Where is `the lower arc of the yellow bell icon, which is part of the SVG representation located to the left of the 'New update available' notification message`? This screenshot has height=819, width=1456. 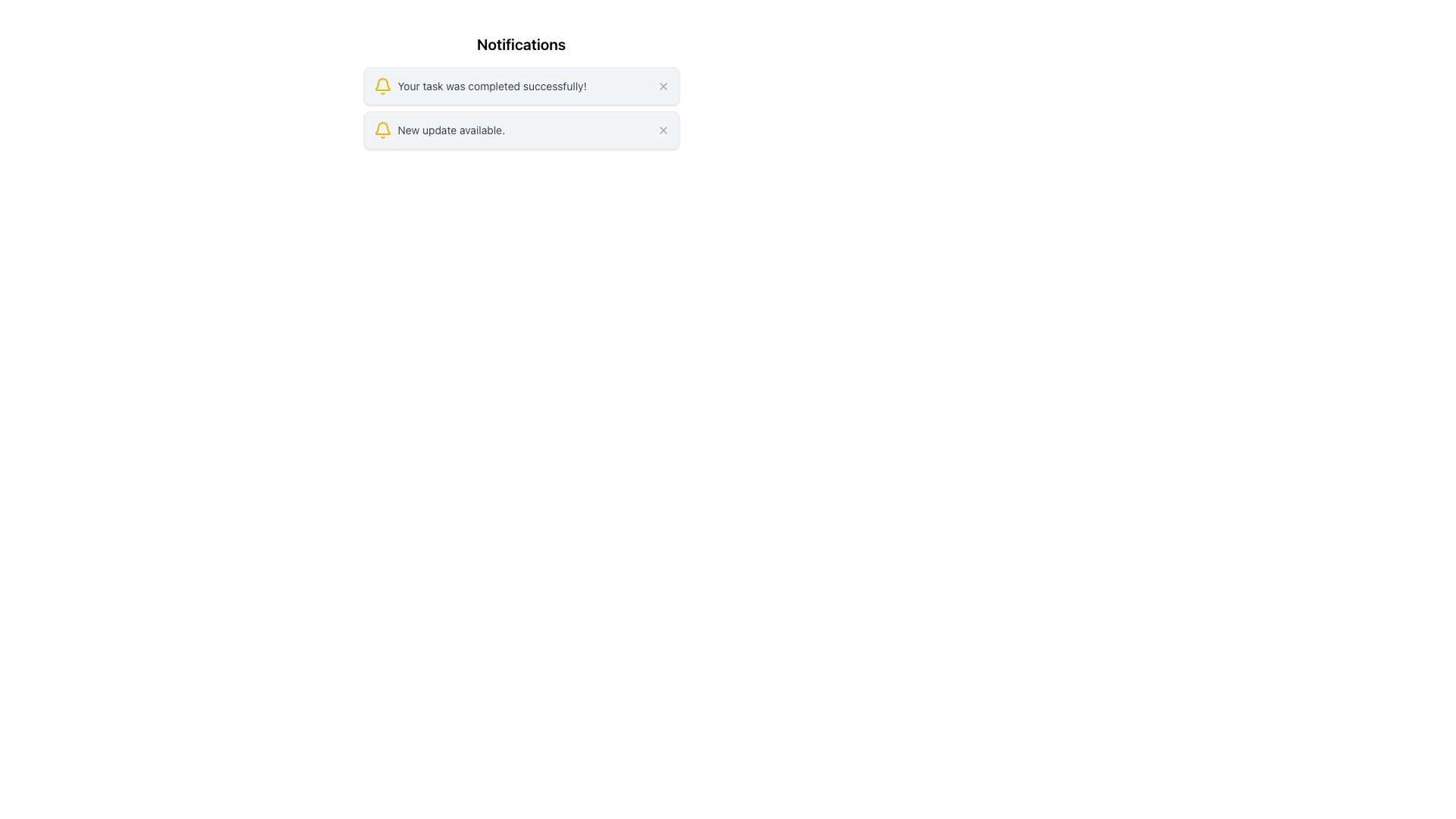
the lower arc of the yellow bell icon, which is part of the SVG representation located to the left of the 'New update available' notification message is located at coordinates (382, 84).